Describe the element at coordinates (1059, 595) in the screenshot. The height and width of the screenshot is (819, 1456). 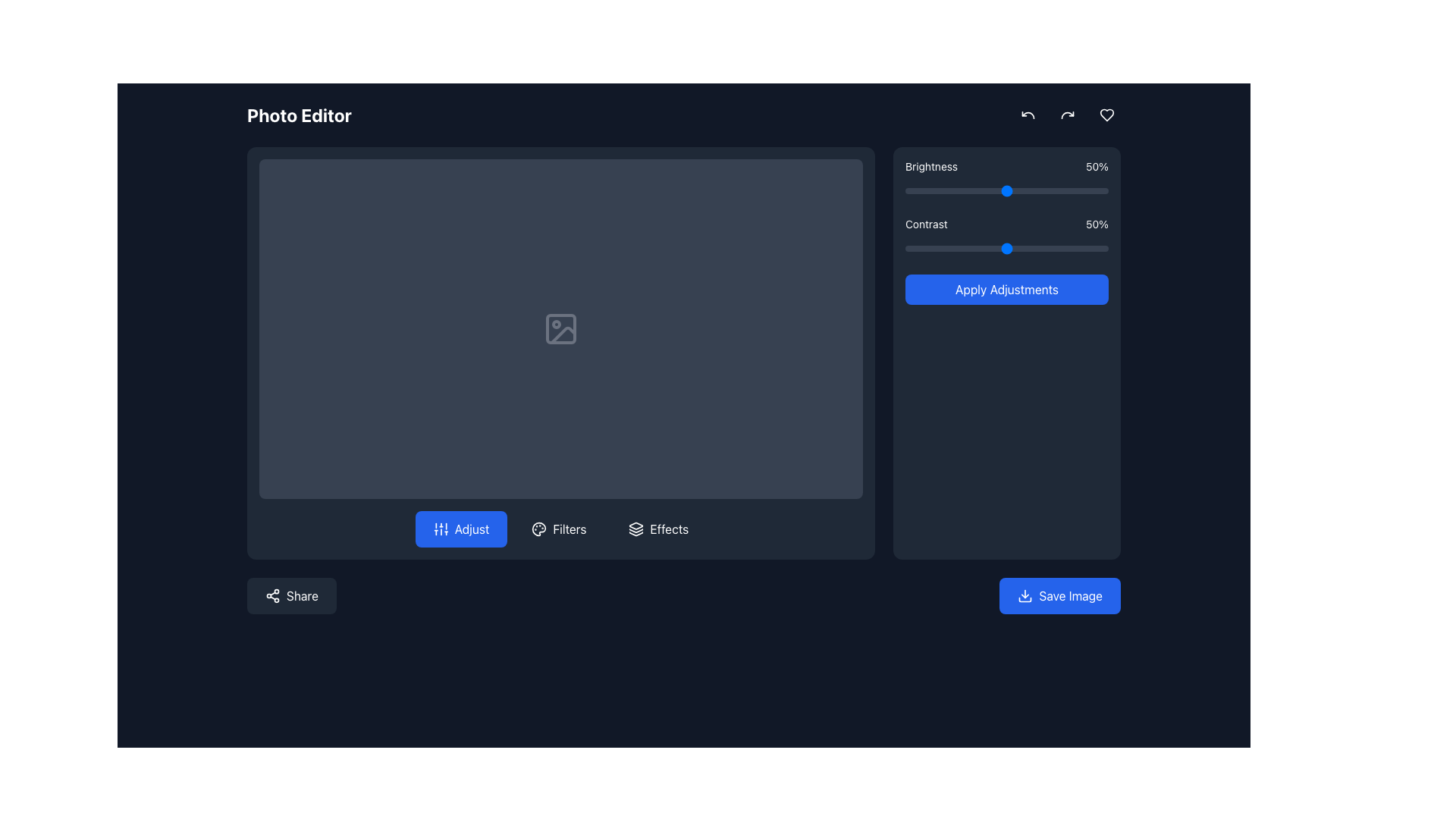
I see `the 'Save Image' button, which is a rectangular button with a blue background and white text, located at the bottom-right corner of the application interface` at that location.